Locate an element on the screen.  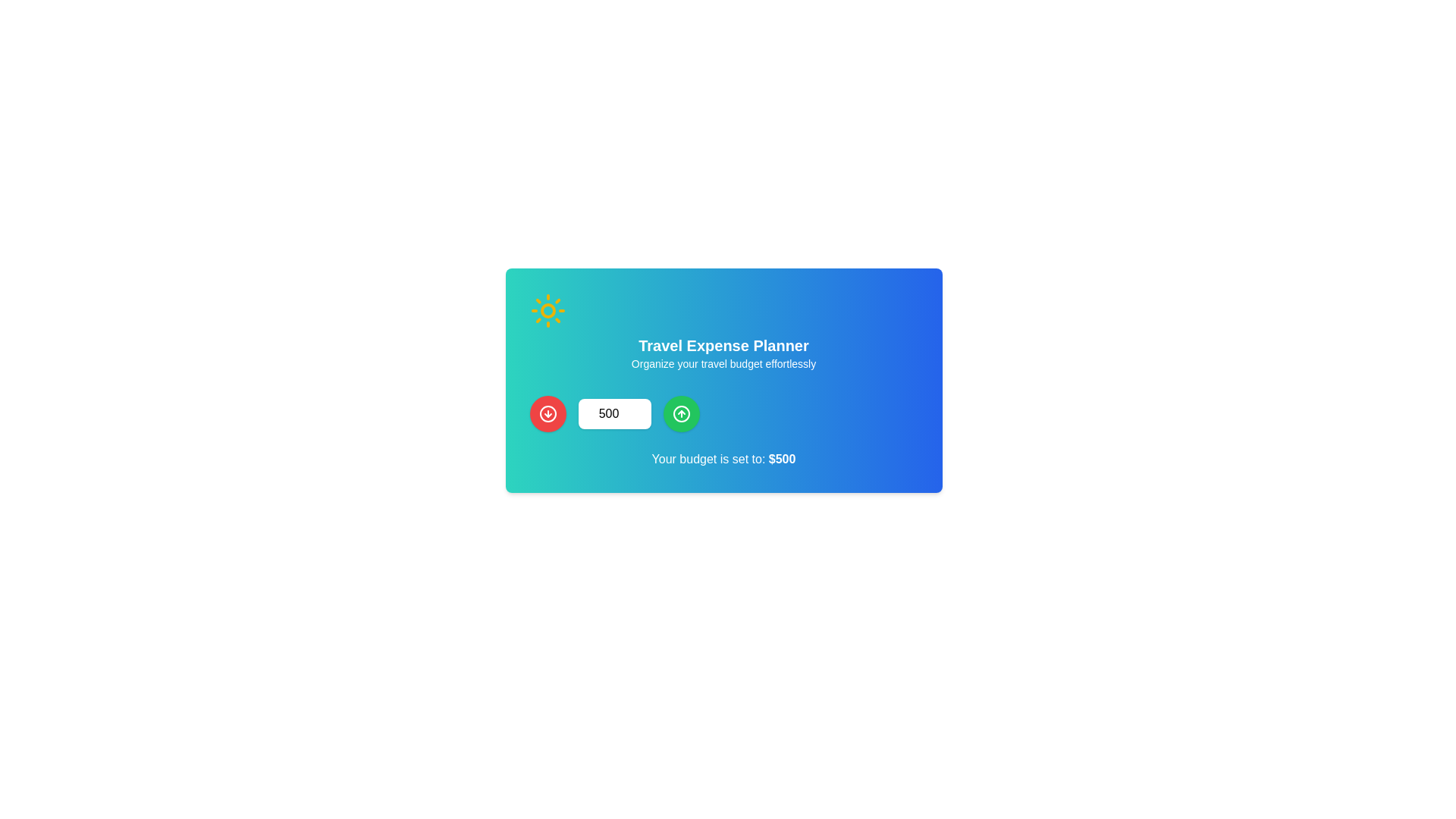
the red circular icon with a white border, part of the interactive area on the left side of the interface is located at coordinates (547, 414).